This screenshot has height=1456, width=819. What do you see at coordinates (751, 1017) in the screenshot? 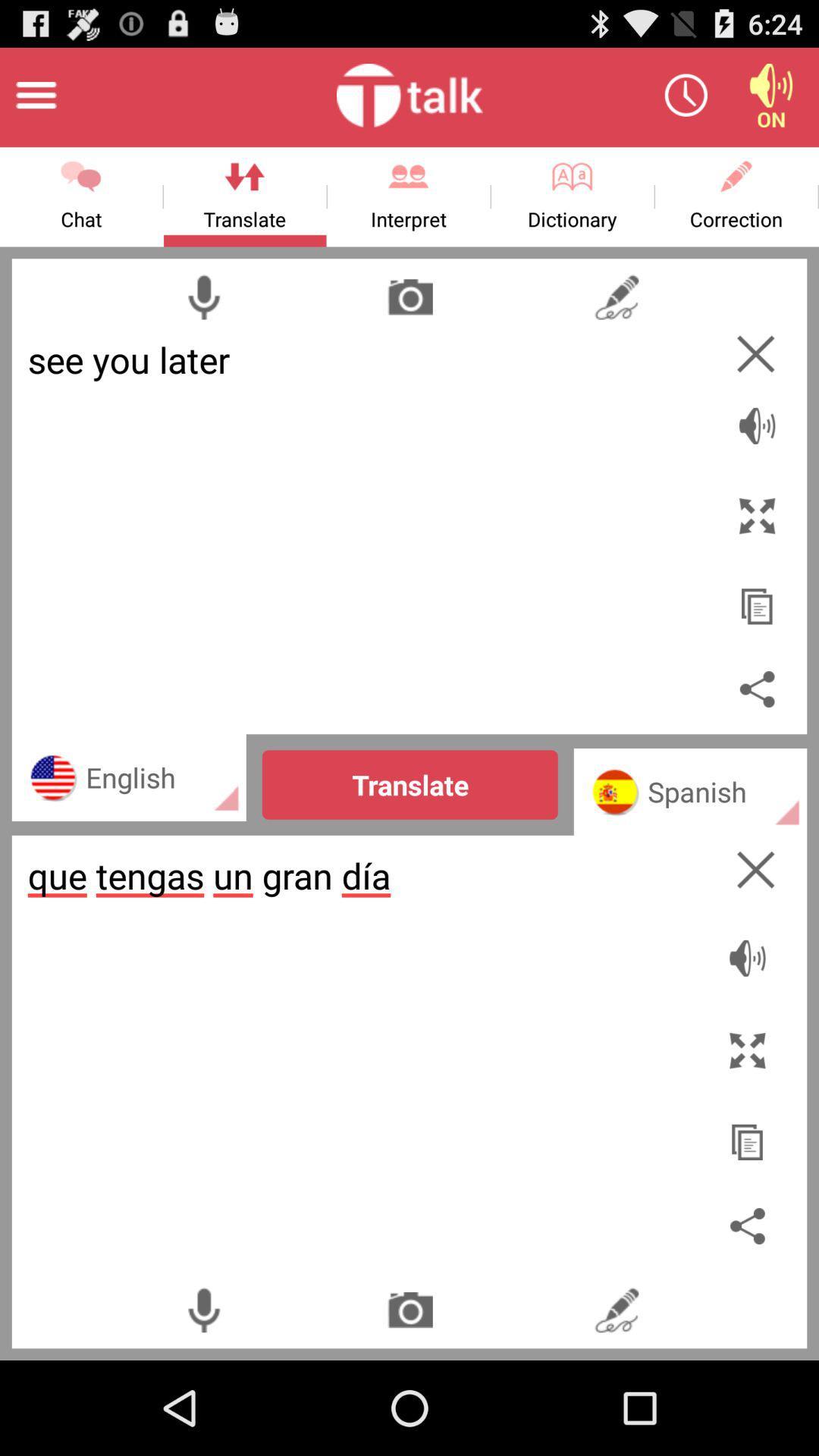
I see `the volume icon` at bounding box center [751, 1017].